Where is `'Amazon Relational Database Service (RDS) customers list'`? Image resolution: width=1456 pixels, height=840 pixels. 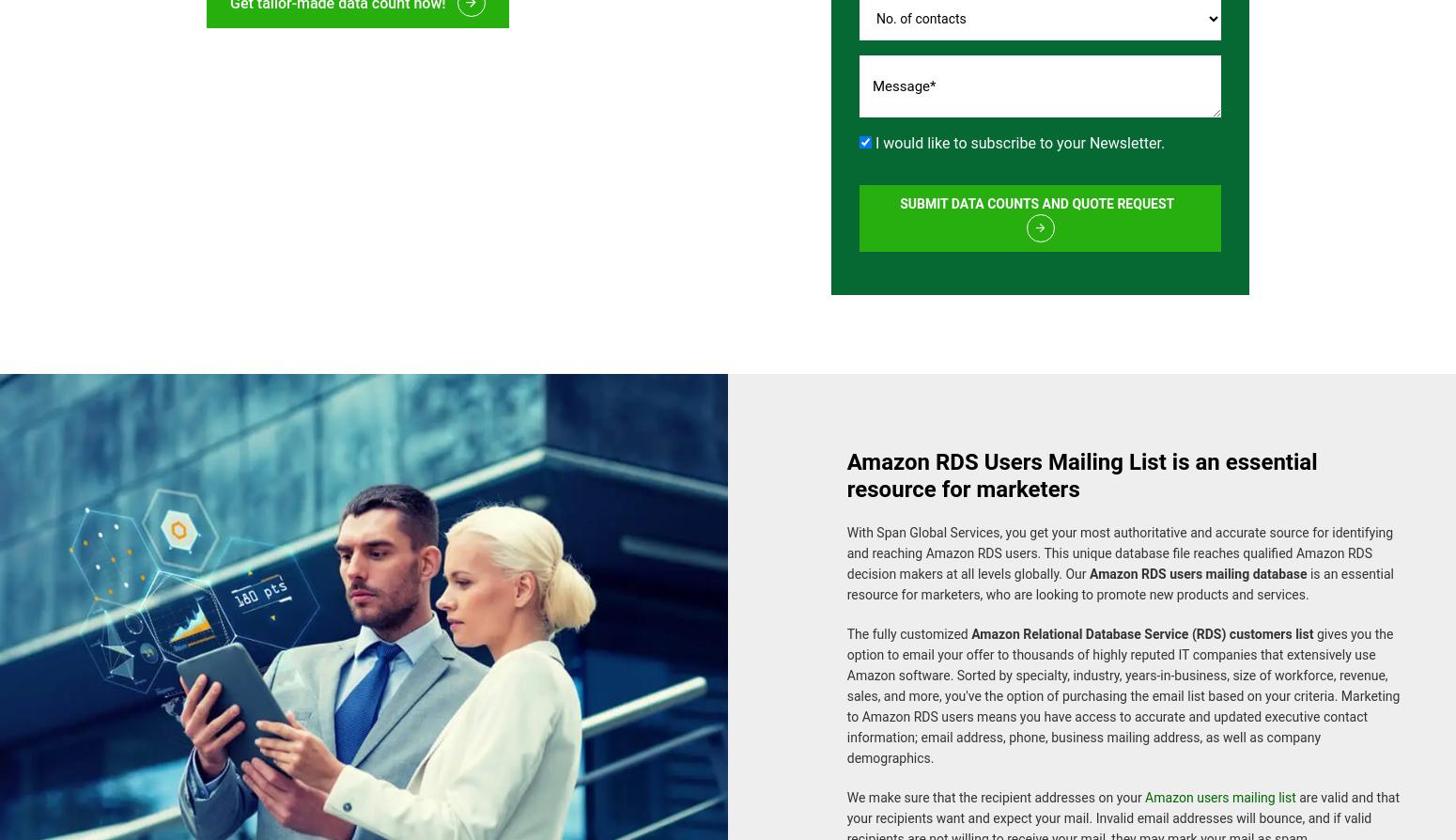 'Amazon Relational Database Service (RDS) customers list' is located at coordinates (1141, 623).